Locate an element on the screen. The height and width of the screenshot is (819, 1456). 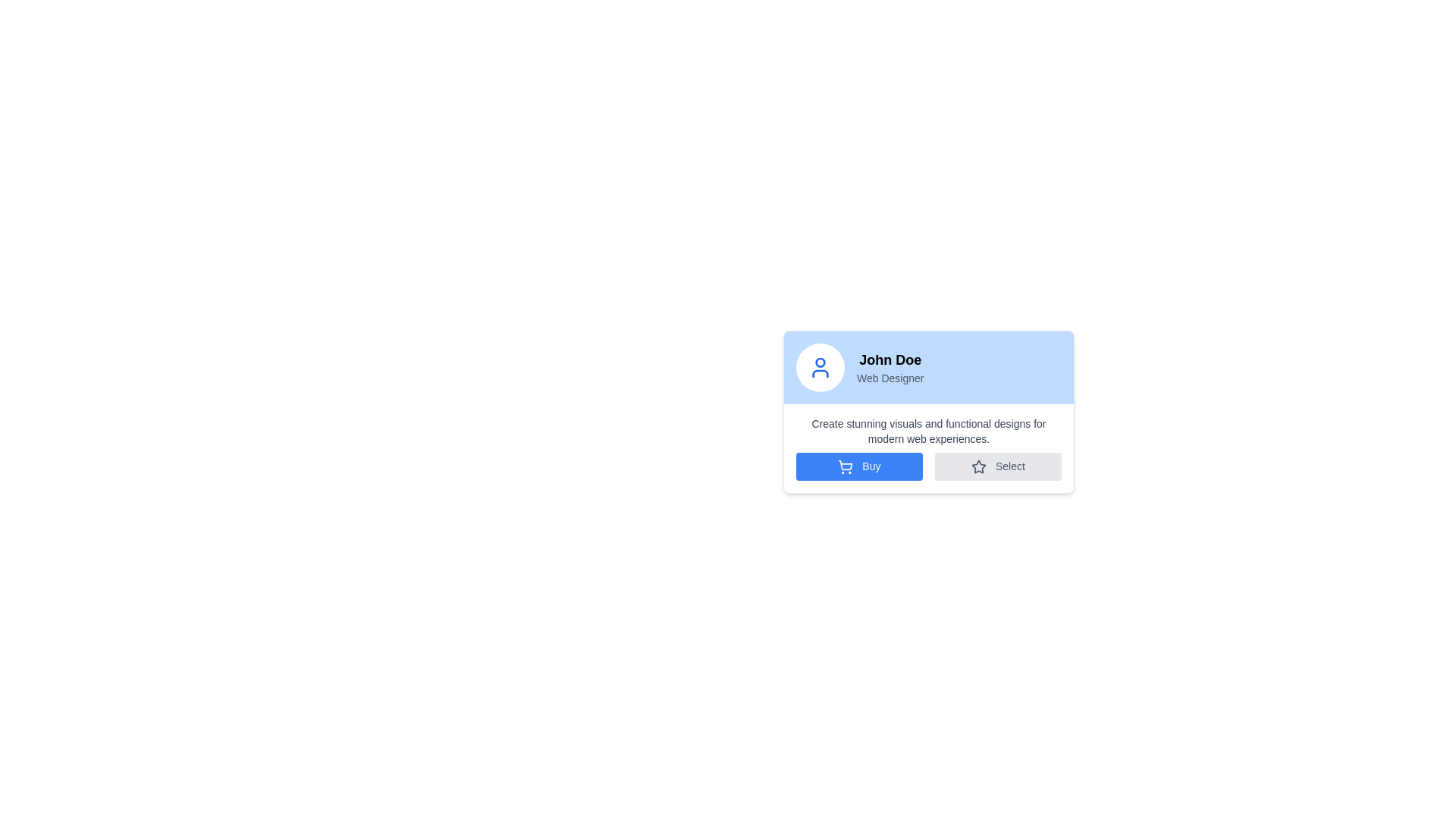
the star icon located to the left of the 'Select' button is located at coordinates (979, 466).